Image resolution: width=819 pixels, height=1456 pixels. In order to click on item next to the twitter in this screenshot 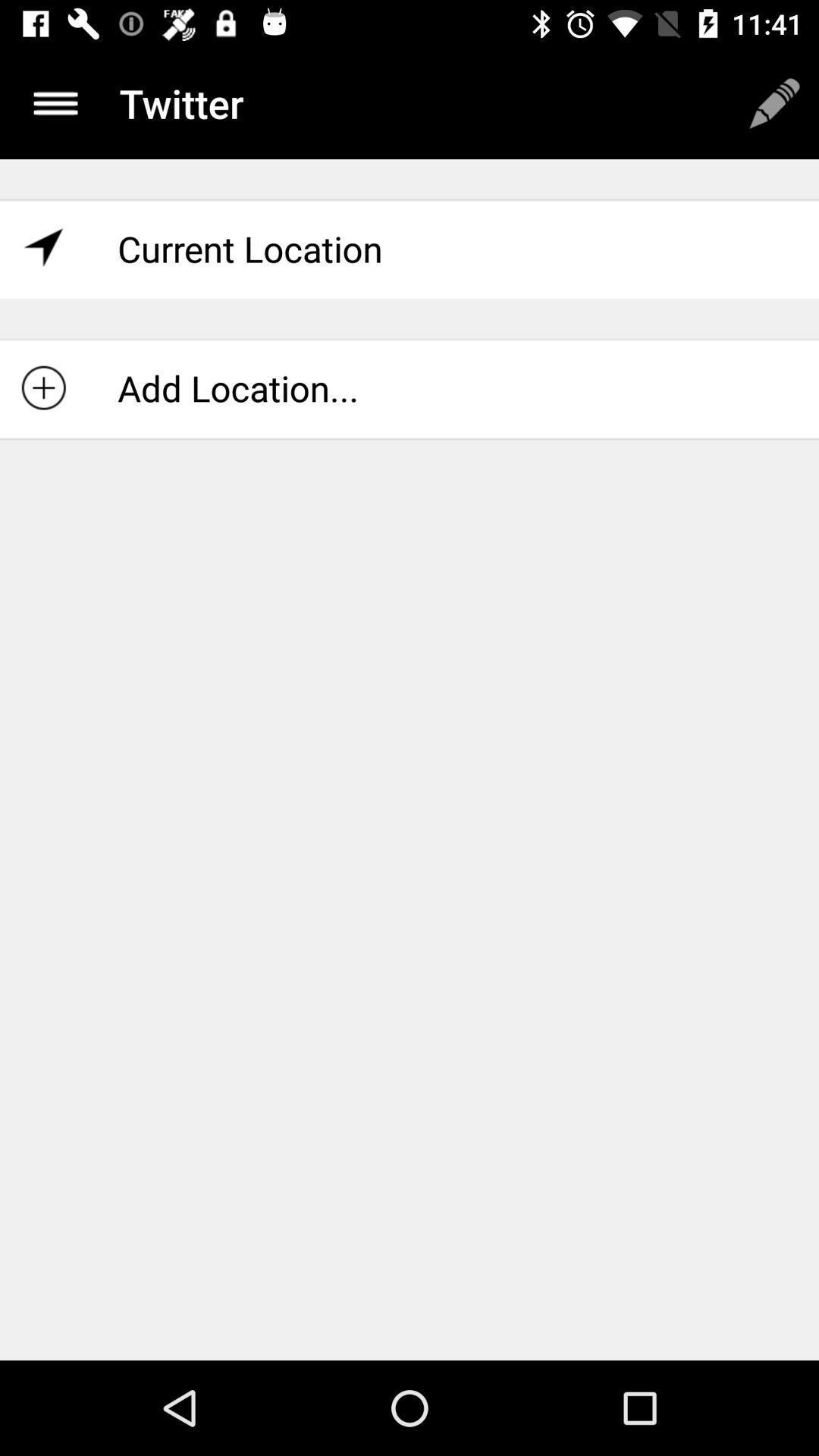, I will do `click(55, 102)`.